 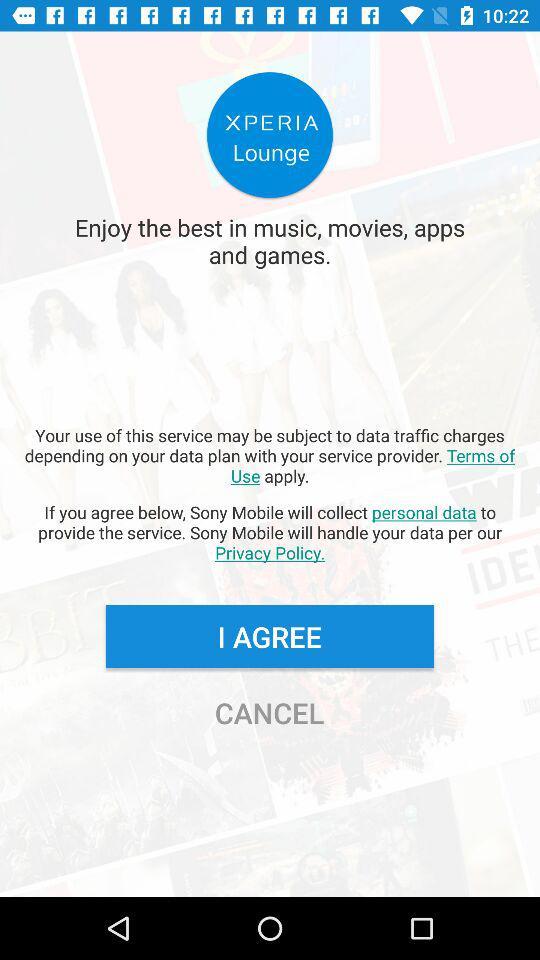 I want to click on your use of app, so click(x=270, y=455).